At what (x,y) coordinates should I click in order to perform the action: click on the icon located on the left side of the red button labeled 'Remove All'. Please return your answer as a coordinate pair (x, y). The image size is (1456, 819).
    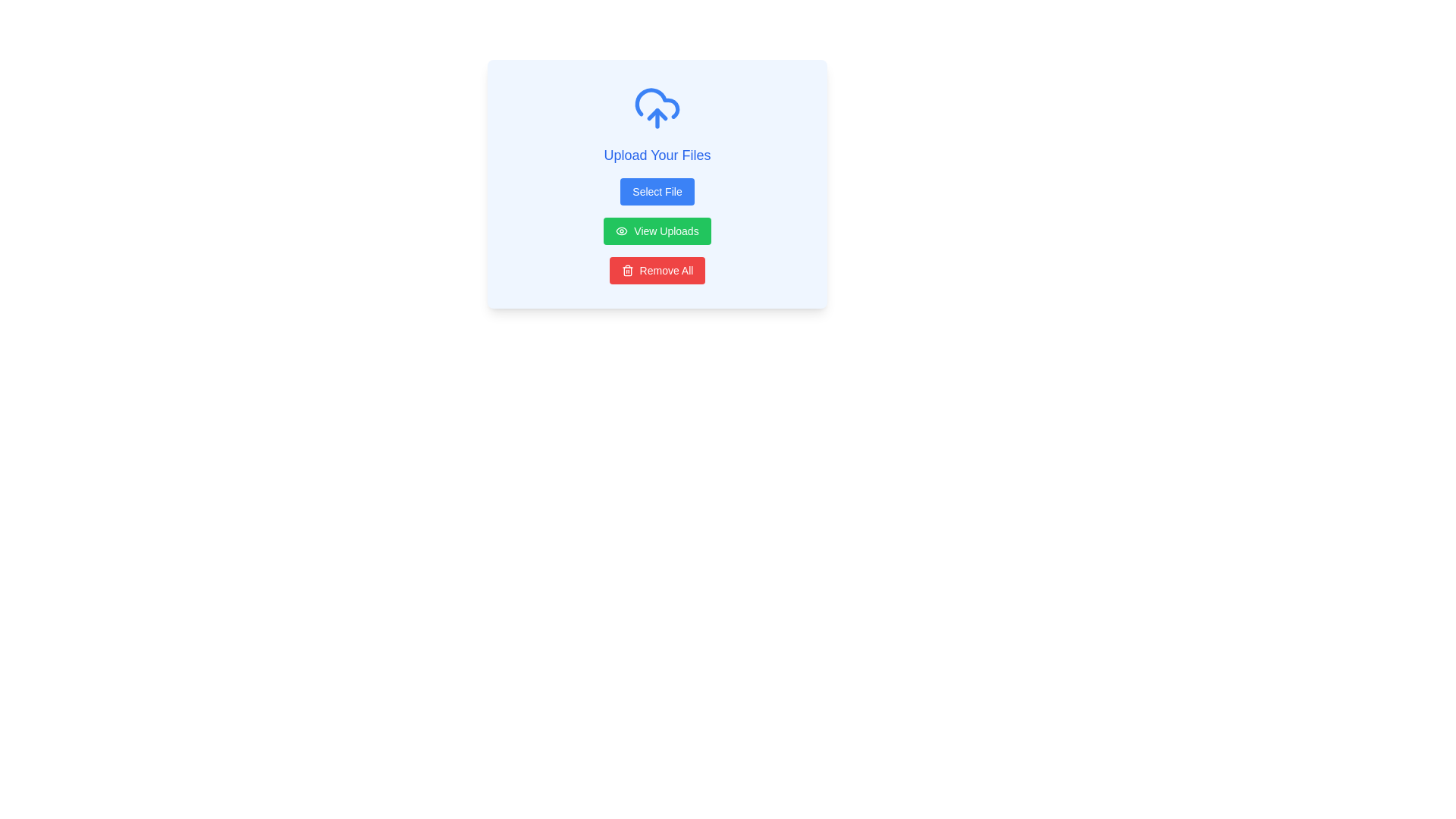
    Looking at the image, I should click on (627, 270).